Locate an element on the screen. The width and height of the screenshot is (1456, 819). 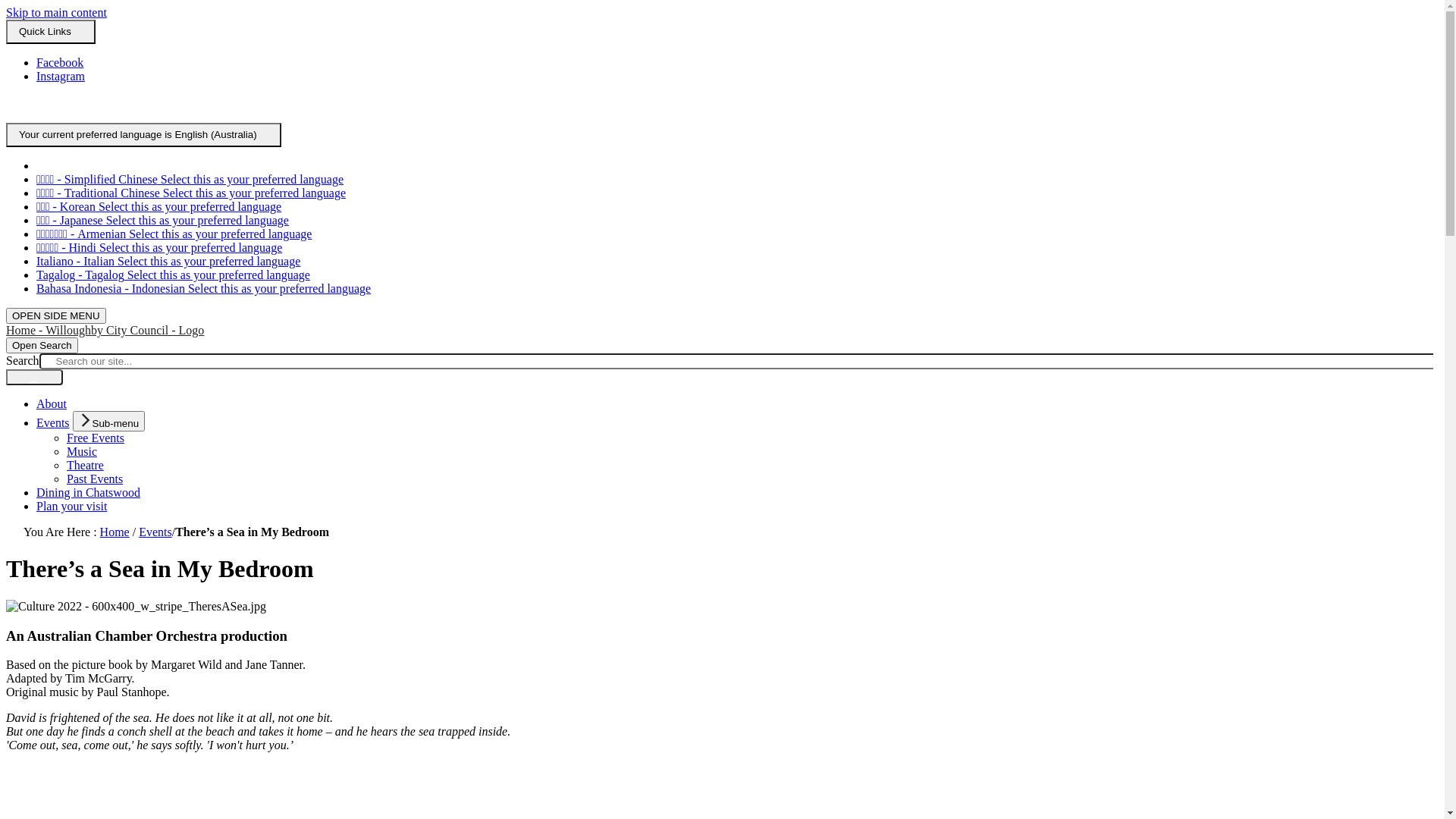
'Music' is located at coordinates (80, 450).